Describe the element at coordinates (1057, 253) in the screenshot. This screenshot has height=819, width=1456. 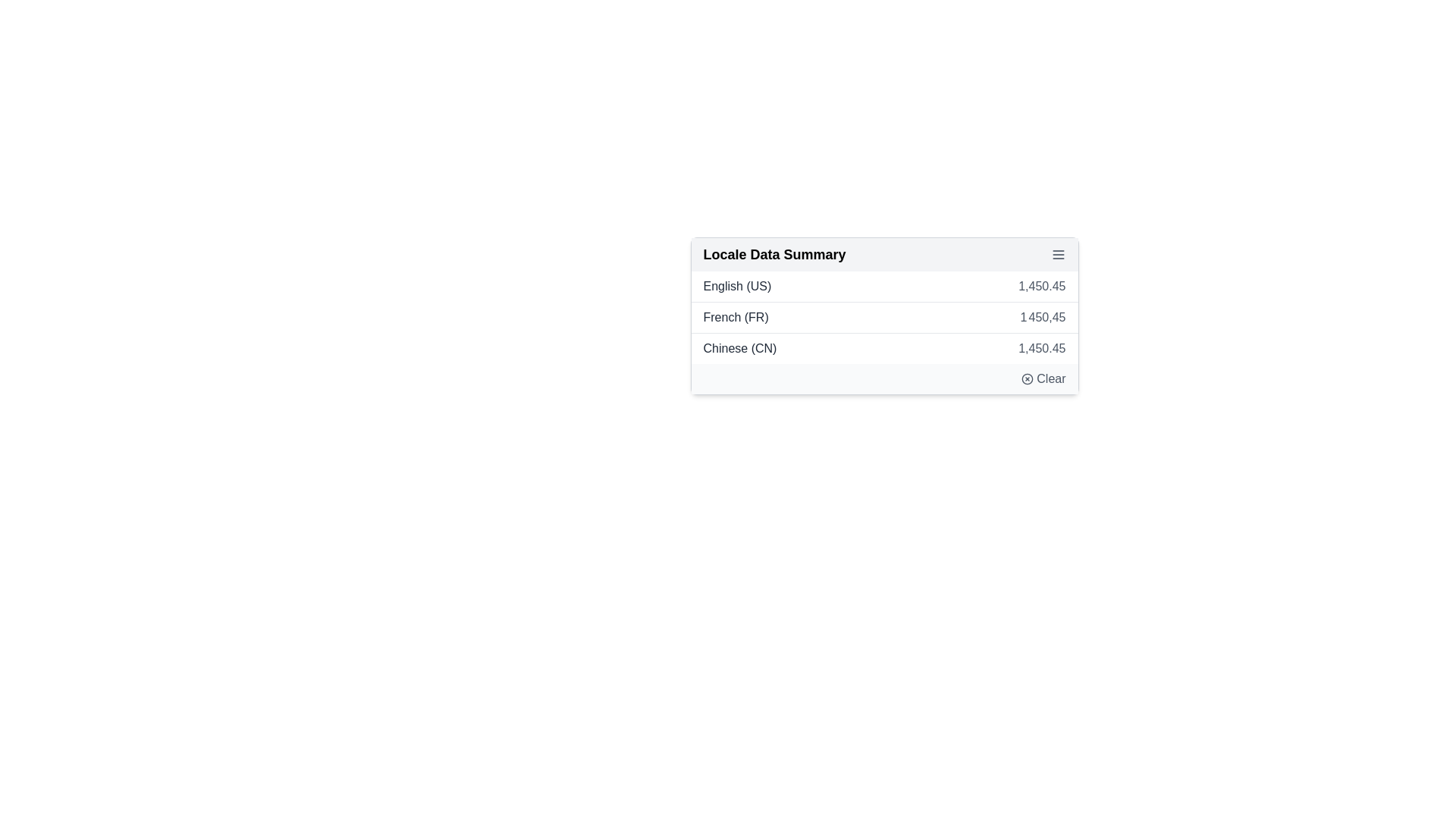
I see `the menu icon button located in the top right corner of the 'Locale Data Summary' header to interact with it` at that location.